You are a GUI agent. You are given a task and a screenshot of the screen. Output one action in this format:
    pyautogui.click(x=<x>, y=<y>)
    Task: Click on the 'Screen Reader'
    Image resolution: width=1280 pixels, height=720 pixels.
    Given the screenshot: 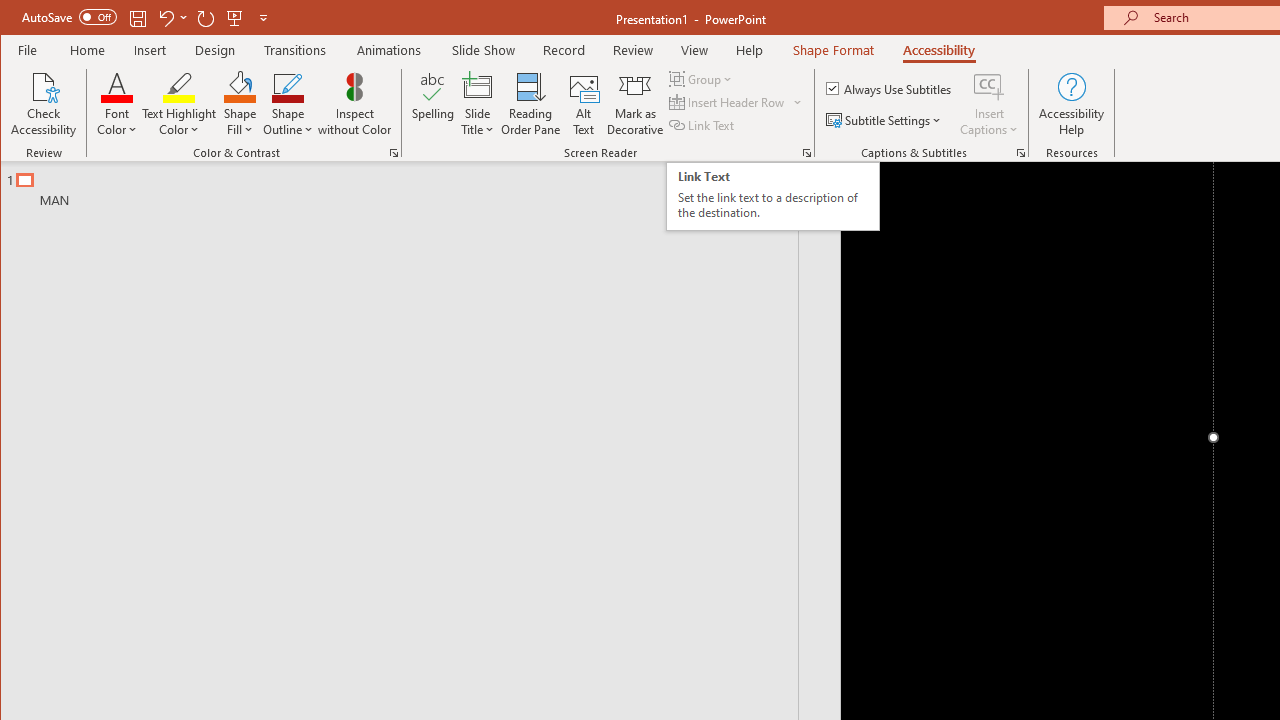 What is the action you would take?
    pyautogui.click(x=807, y=152)
    